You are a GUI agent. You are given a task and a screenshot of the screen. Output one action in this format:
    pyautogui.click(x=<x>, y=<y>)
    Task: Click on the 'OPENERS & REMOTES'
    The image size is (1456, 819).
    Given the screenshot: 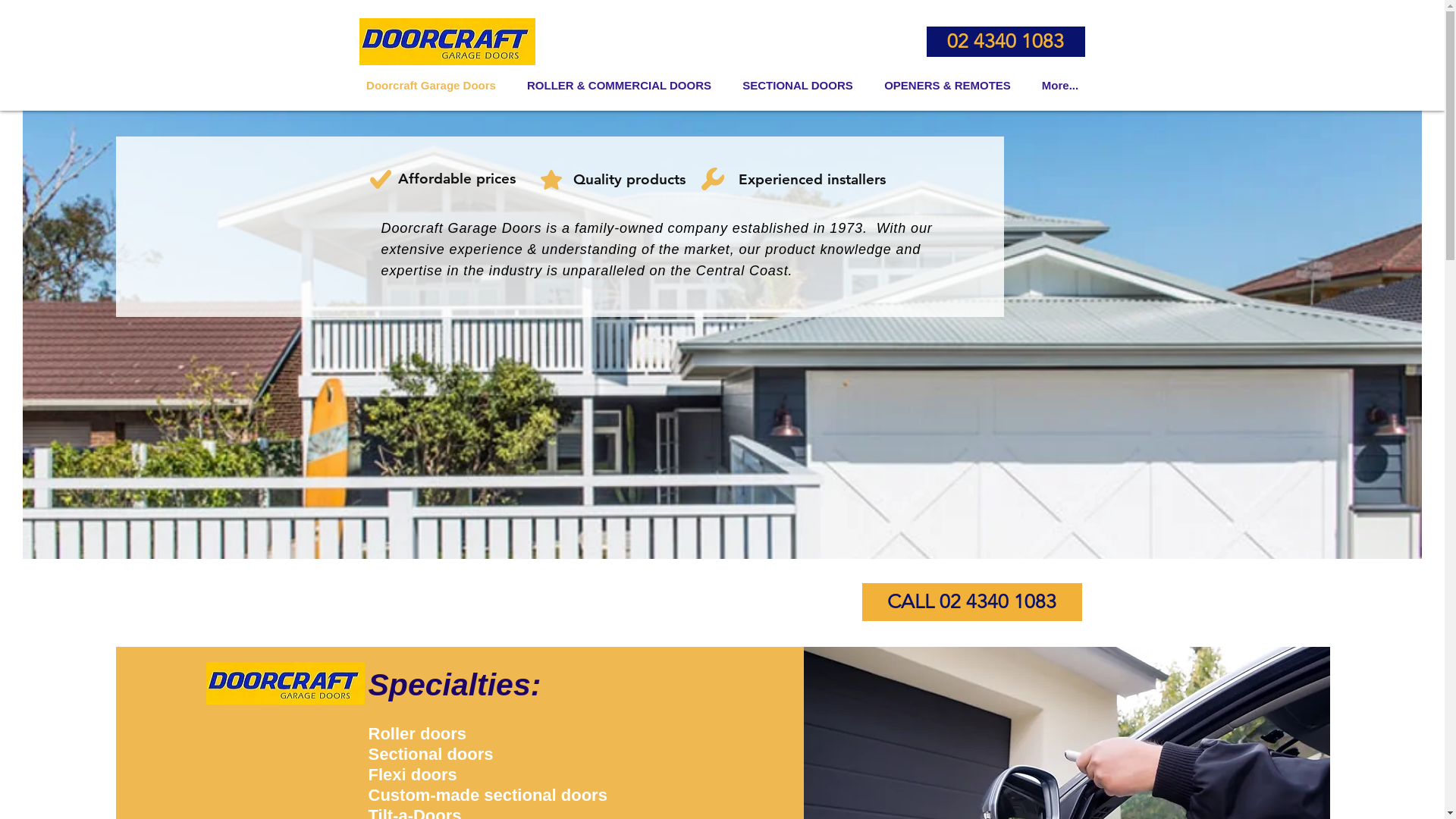 What is the action you would take?
    pyautogui.click(x=946, y=85)
    